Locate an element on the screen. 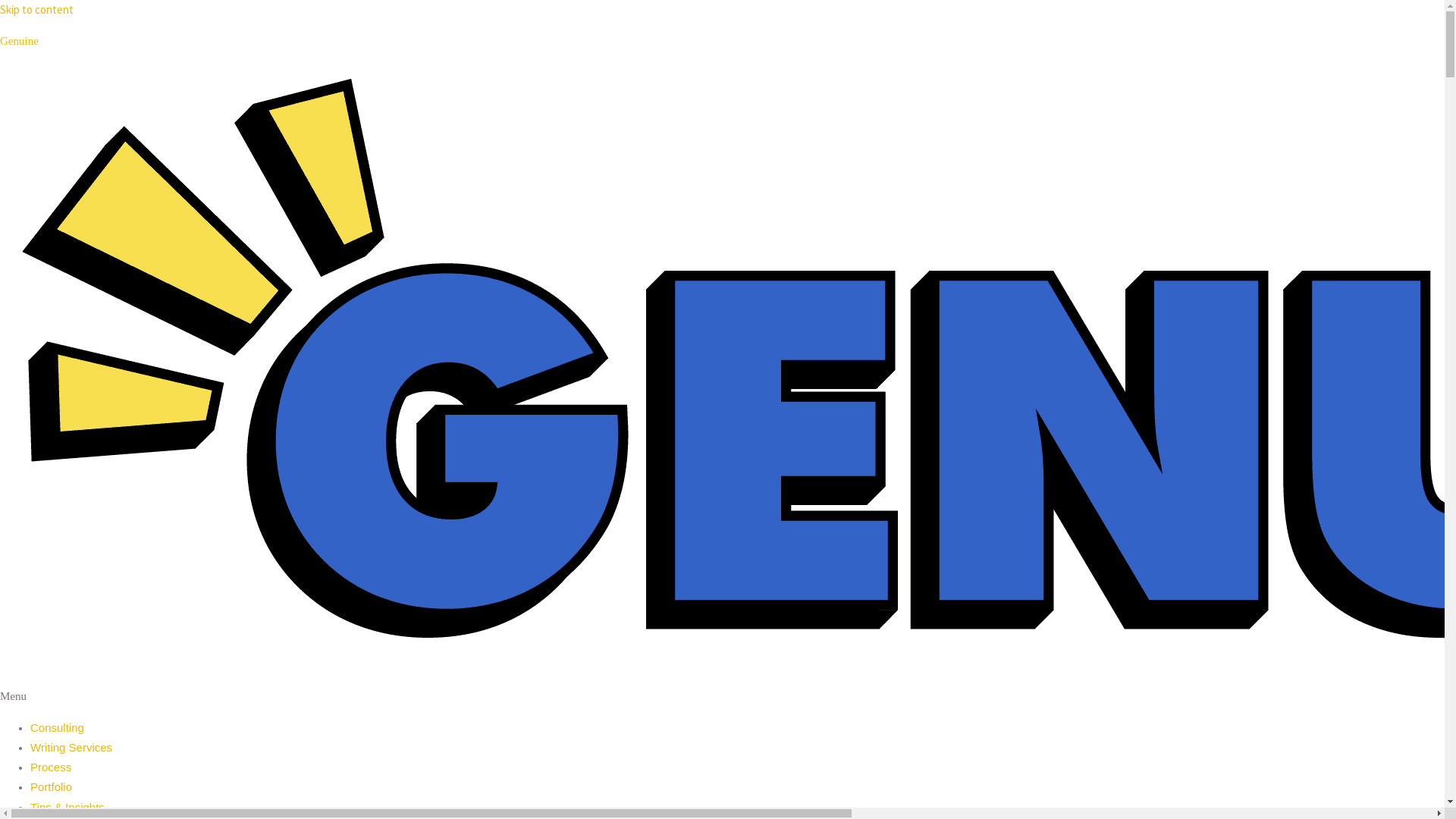 This screenshot has width=1456, height=819. 'Consulting' is located at coordinates (30, 726).